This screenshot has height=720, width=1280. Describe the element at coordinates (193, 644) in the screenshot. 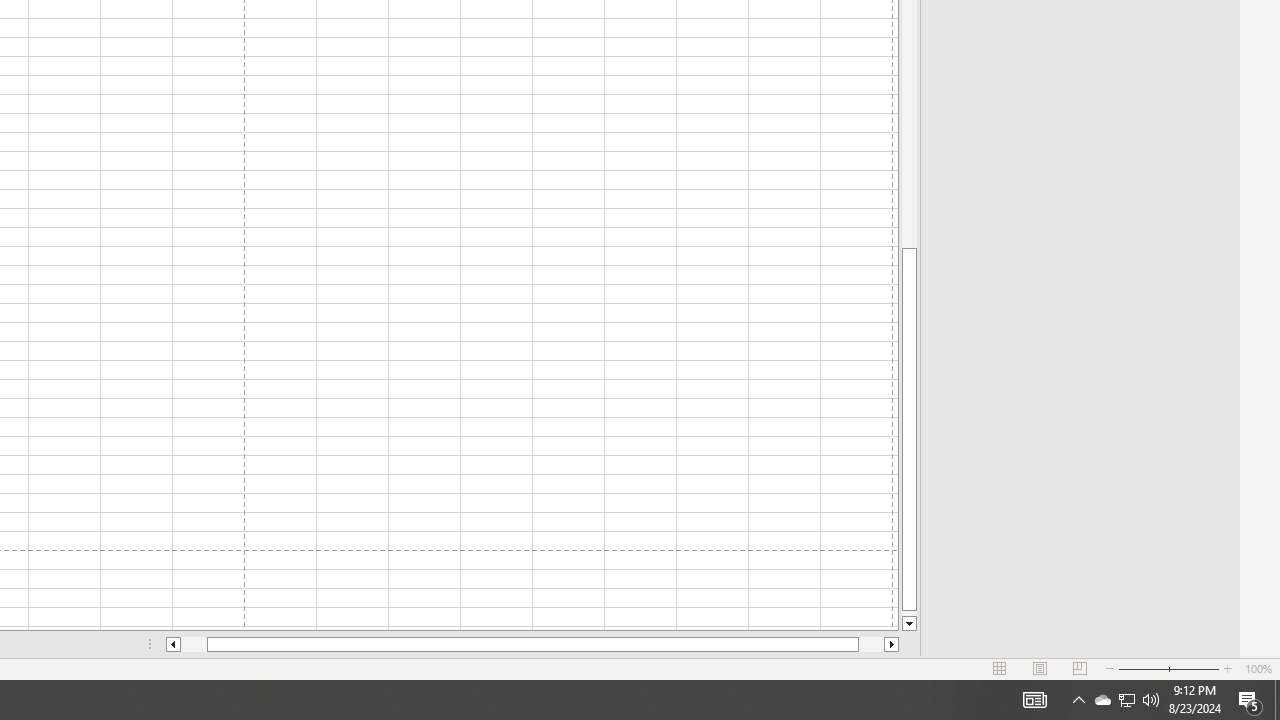

I see `'Page left'` at that location.